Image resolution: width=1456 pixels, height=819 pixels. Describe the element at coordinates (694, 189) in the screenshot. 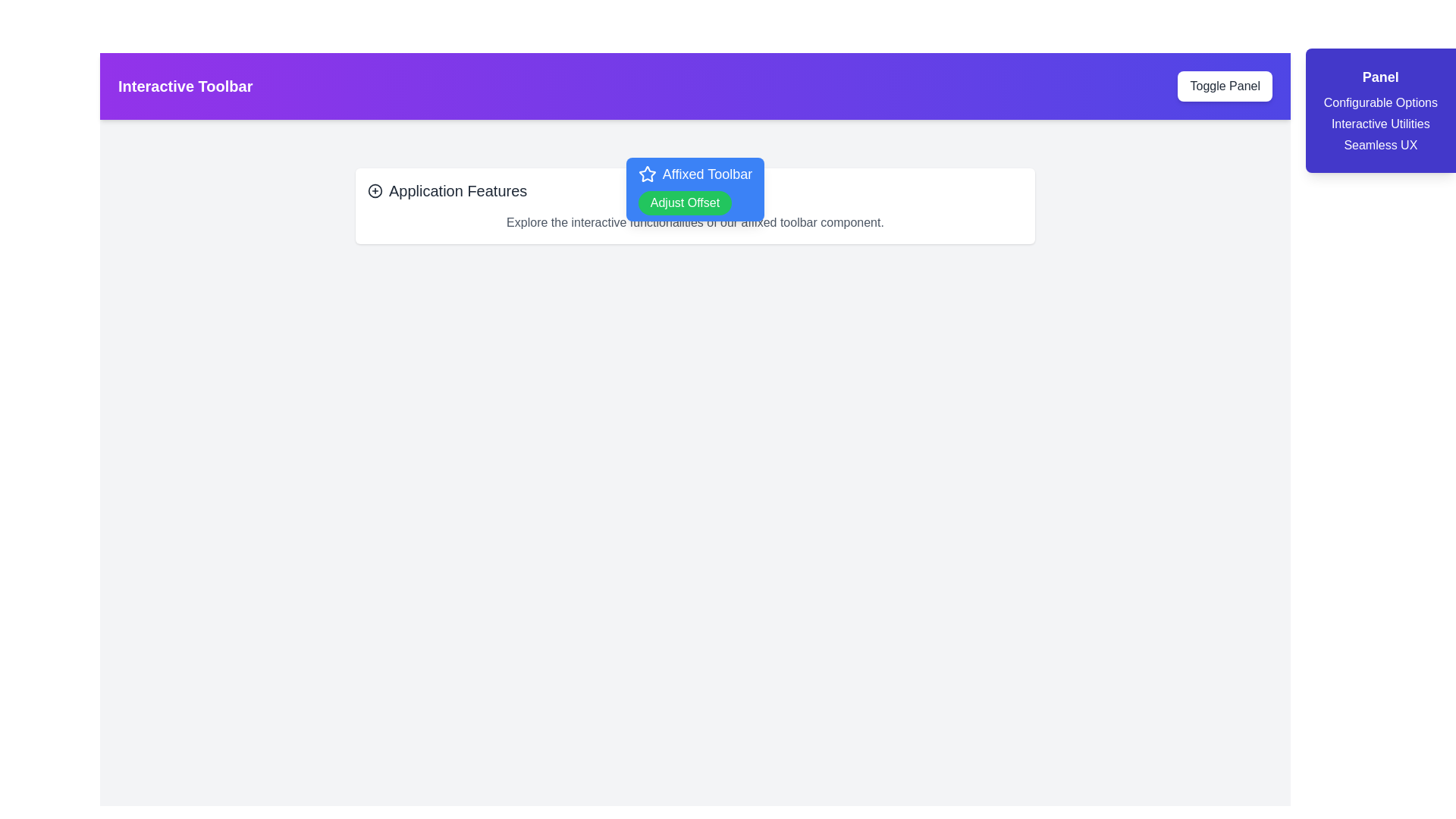

I see `the interactive toolbar label with the text 'Affixed Toolbar' and the button labeled 'Adjust Offset'` at that location.